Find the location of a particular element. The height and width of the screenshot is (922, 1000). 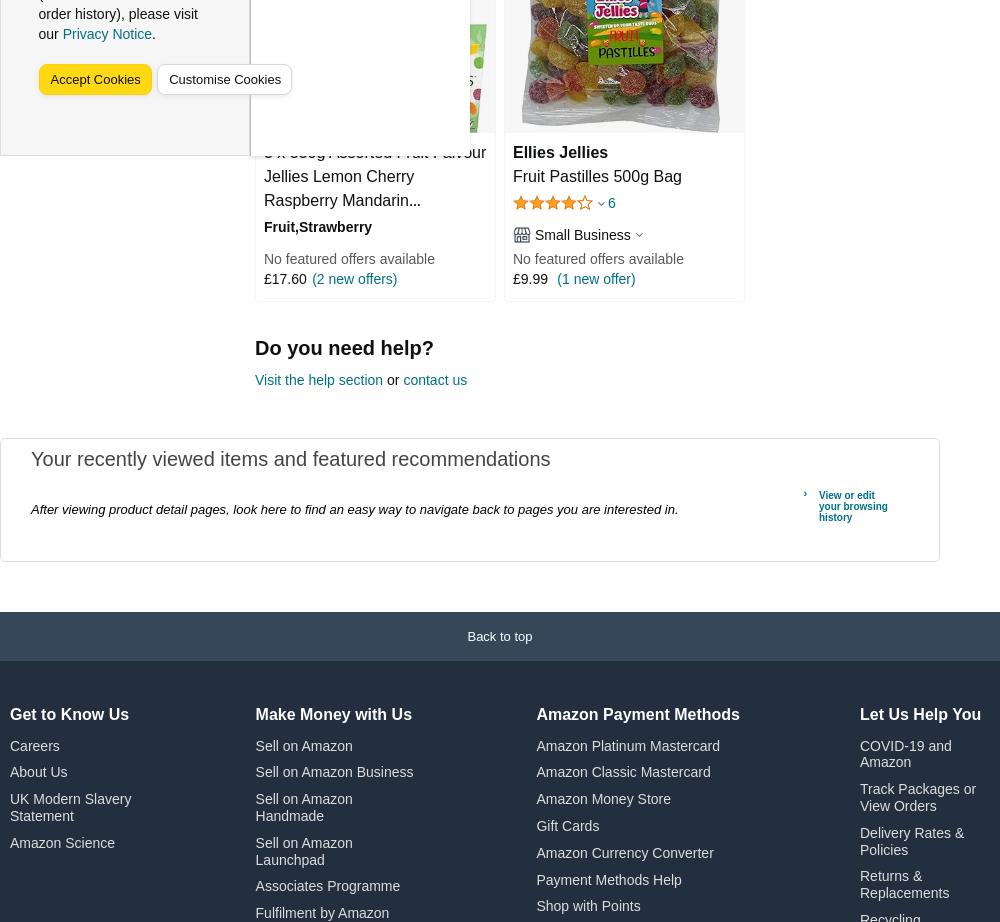

'Do you need help?' is located at coordinates (255, 346).